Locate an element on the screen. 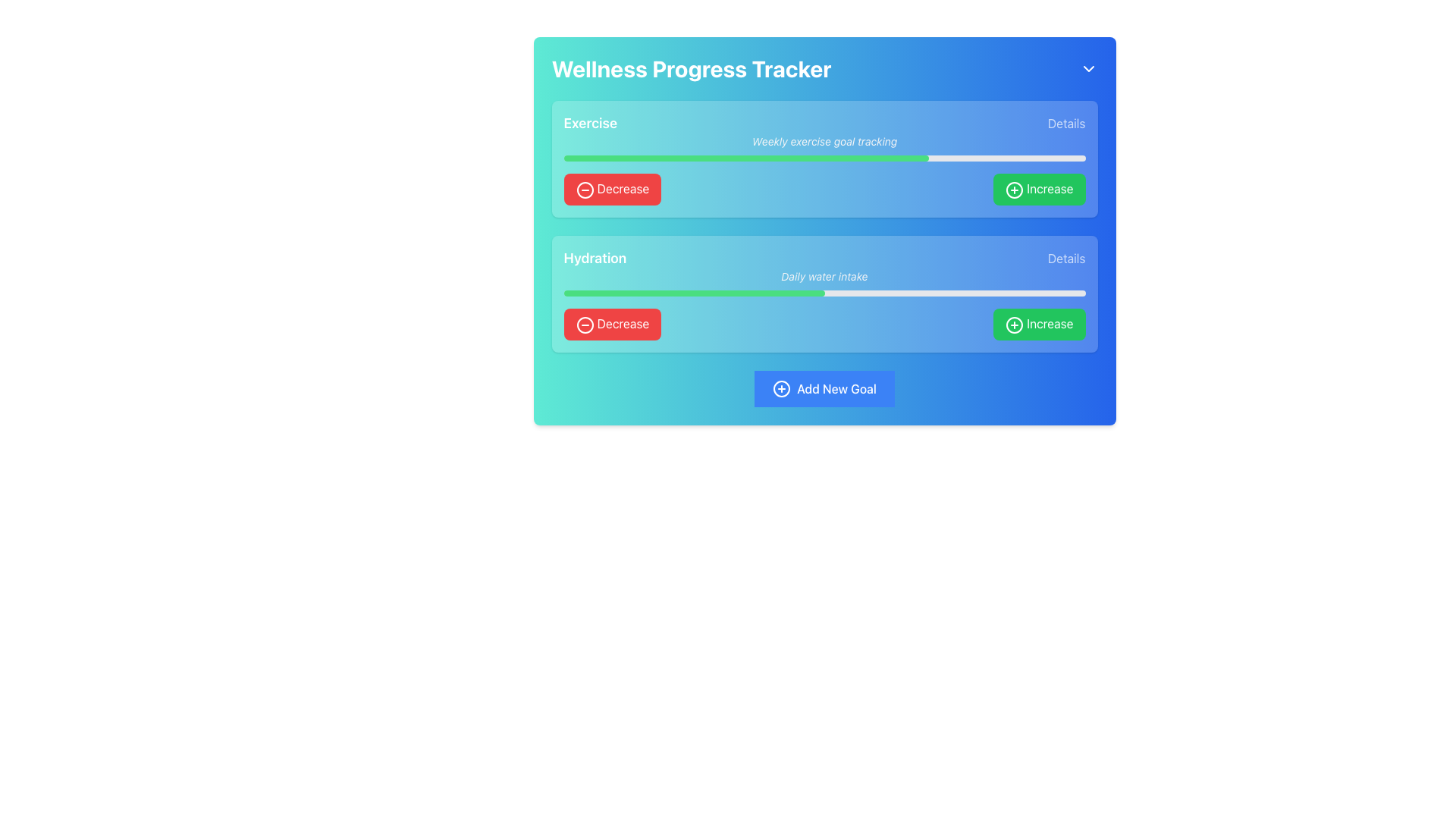 The image size is (1456, 819). the Progress Bar that represents the user's water intake progress against a daily goal, located below the 'Daily water intake' text is located at coordinates (824, 293).